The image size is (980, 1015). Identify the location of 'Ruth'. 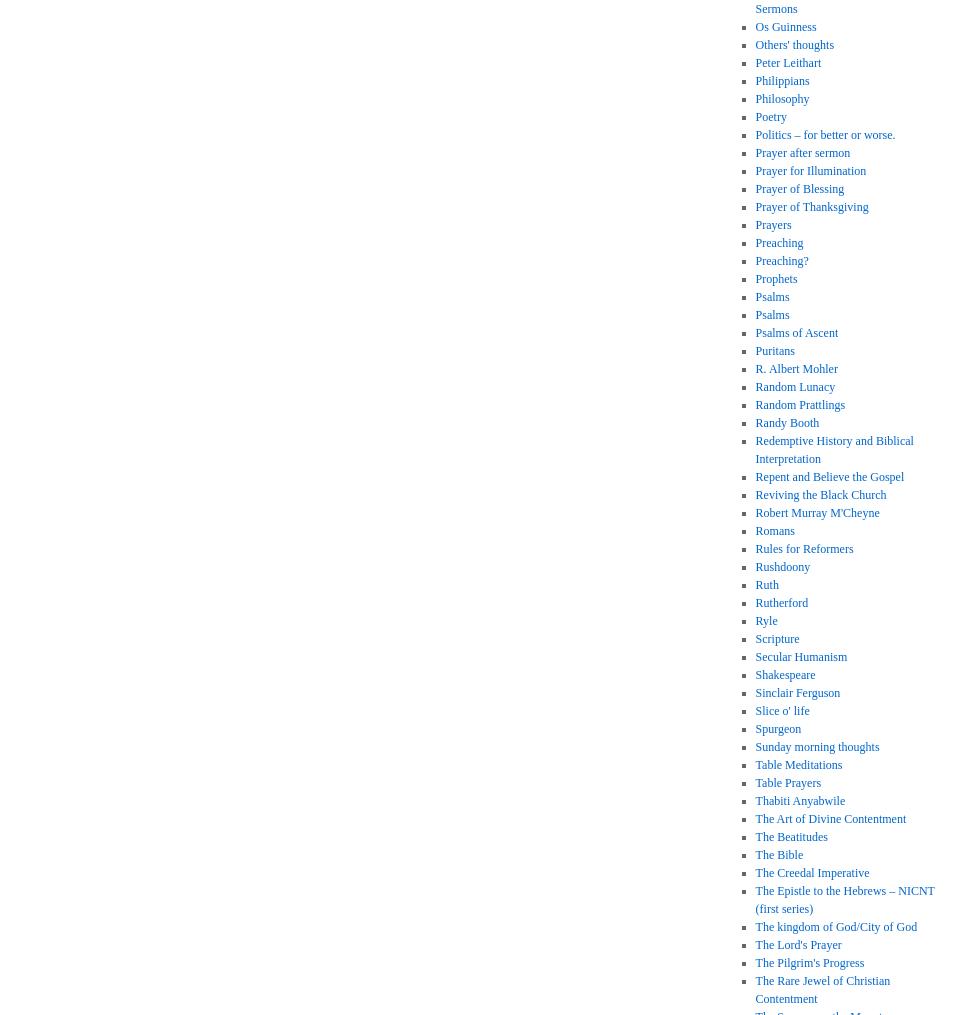
(766, 584).